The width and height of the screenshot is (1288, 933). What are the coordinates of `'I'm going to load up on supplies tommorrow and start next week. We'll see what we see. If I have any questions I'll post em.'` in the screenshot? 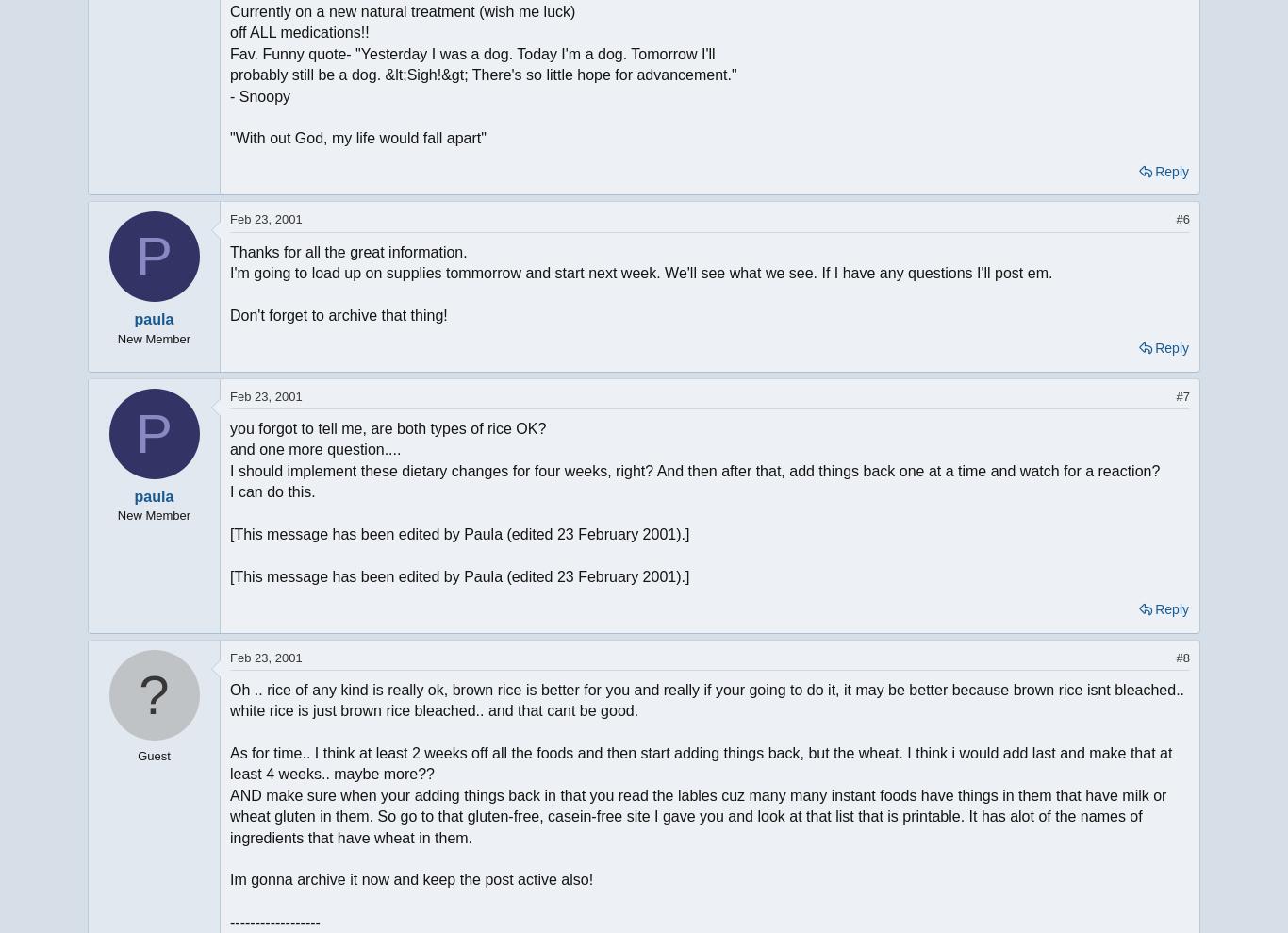 It's located at (229, 272).